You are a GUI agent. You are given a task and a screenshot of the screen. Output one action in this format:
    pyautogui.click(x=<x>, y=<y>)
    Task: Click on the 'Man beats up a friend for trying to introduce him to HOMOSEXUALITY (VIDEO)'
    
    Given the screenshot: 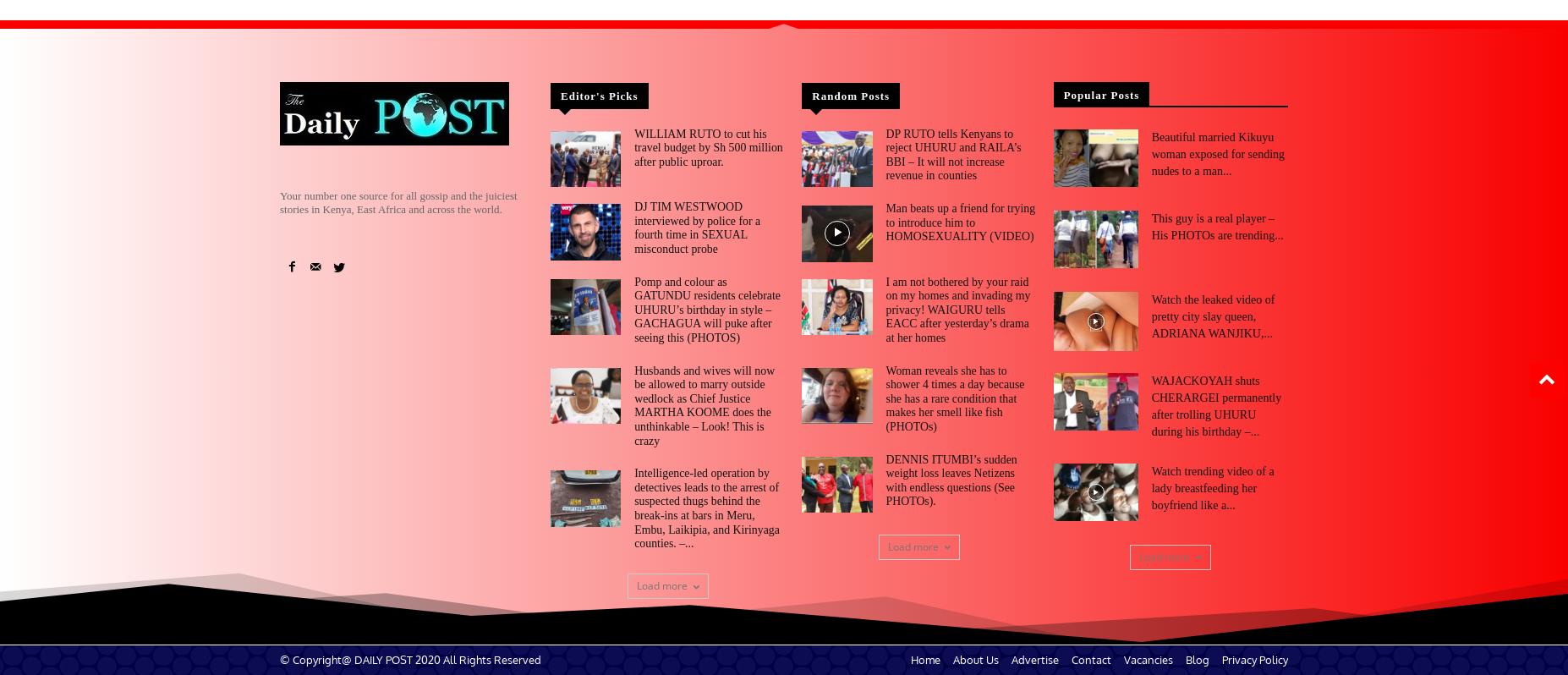 What is the action you would take?
    pyautogui.click(x=884, y=219)
    